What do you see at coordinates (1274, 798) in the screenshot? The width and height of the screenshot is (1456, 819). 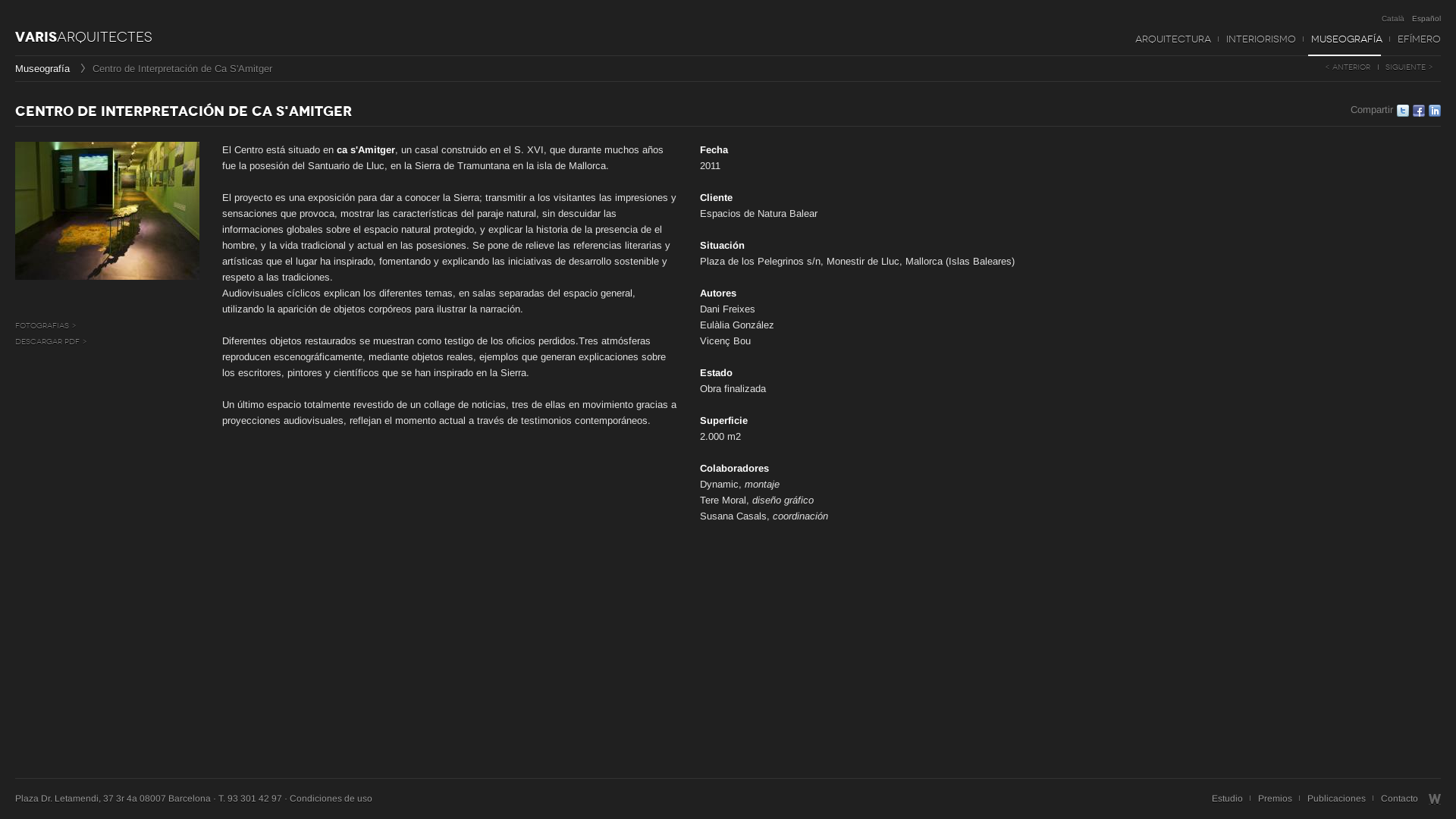 I see `'Premios'` at bounding box center [1274, 798].